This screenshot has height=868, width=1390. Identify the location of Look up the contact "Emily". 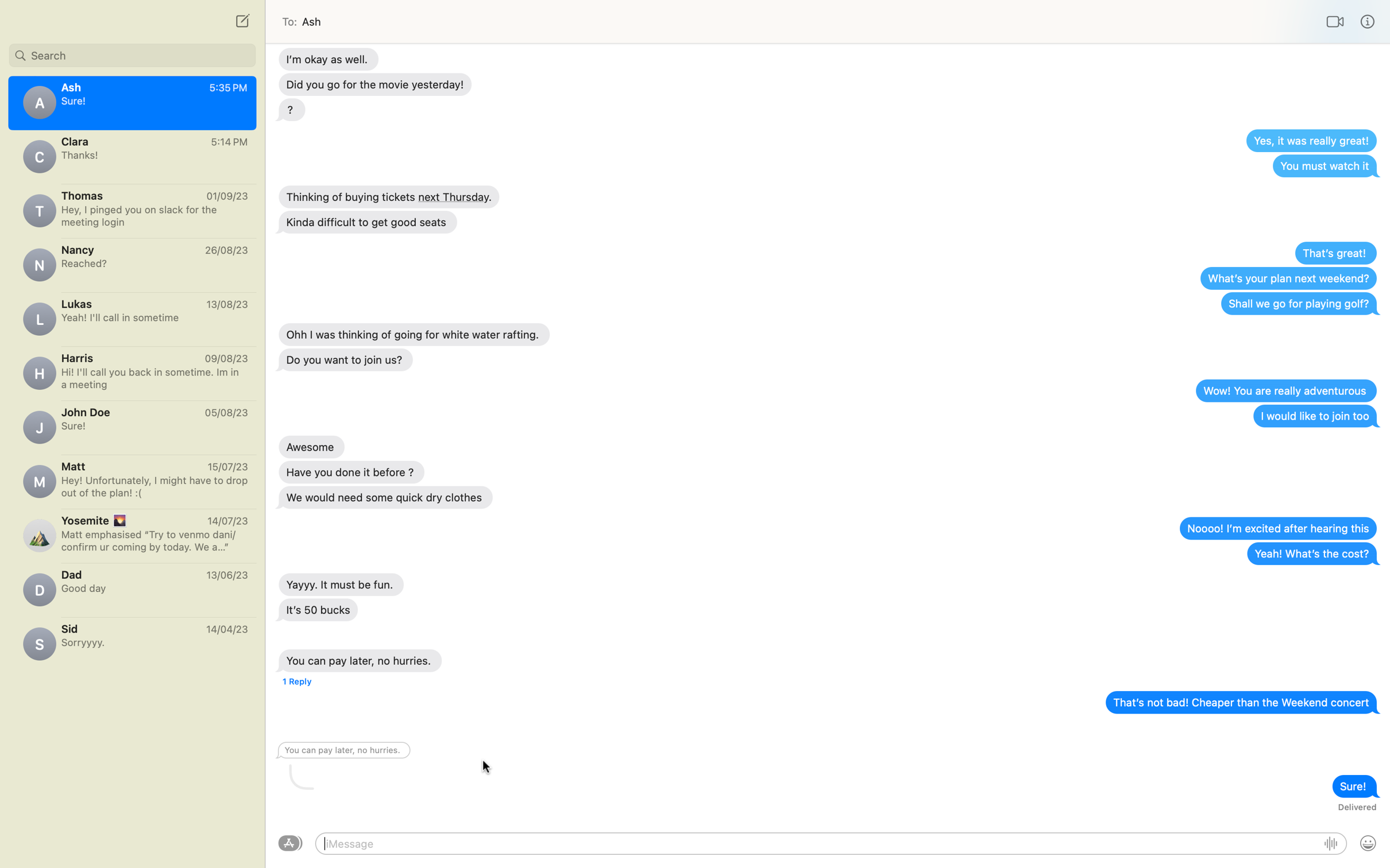
(132, 53).